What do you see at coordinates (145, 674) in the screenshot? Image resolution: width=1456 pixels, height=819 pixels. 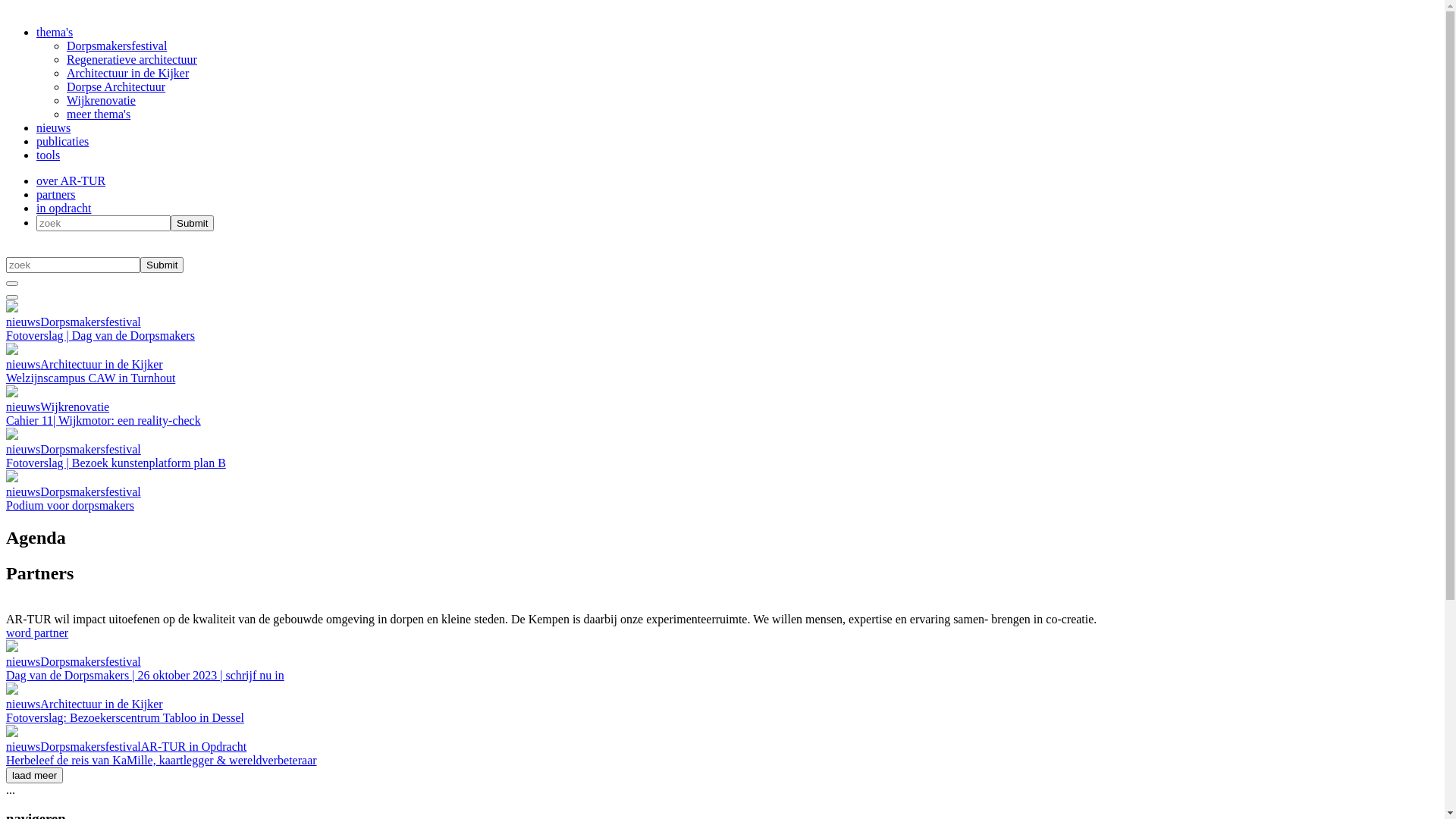 I see `'Dag van de Dorpsmakers | 26 oktober 2023 | schrijf nu in'` at bounding box center [145, 674].